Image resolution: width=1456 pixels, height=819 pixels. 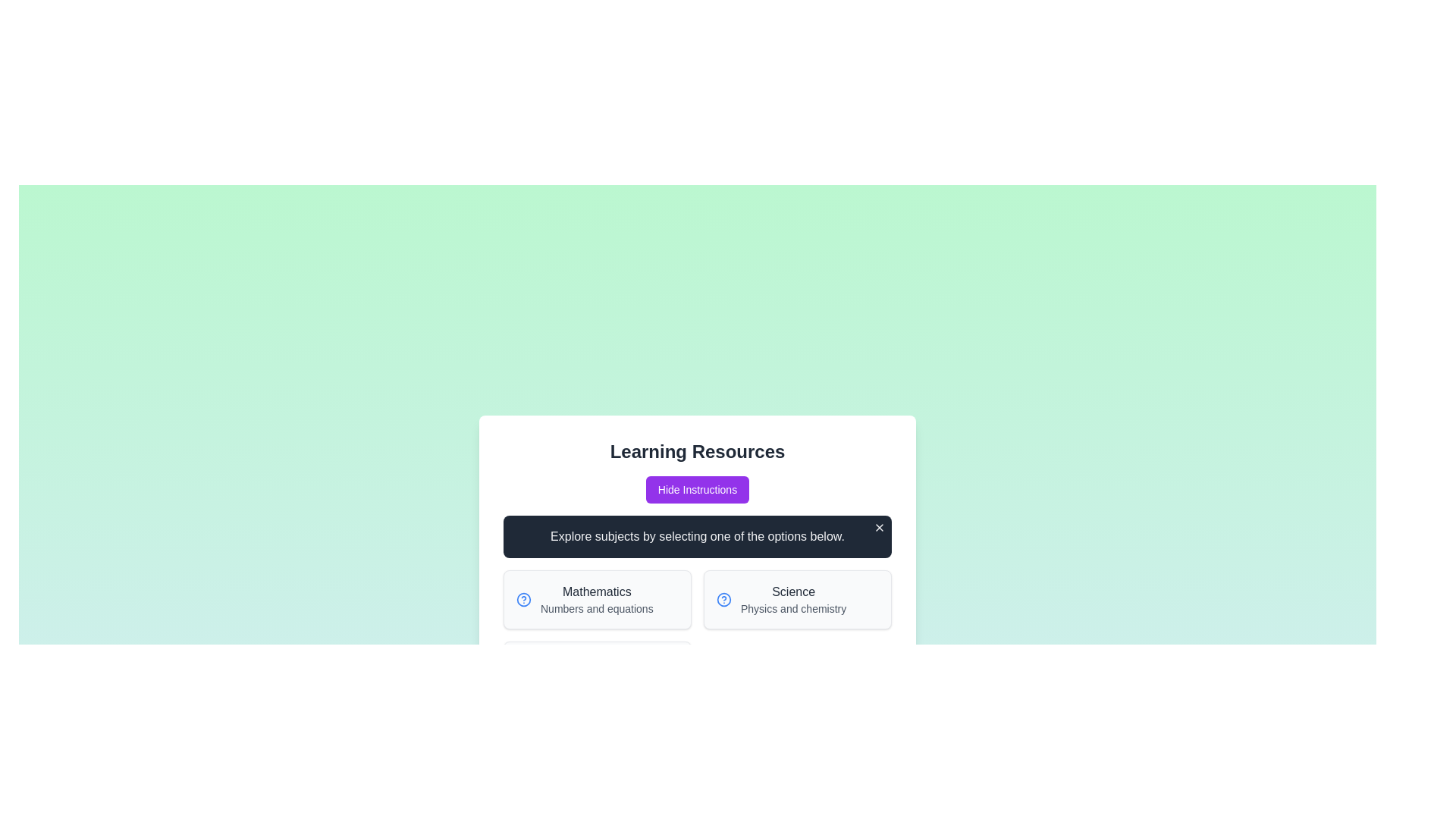 What do you see at coordinates (697, 536) in the screenshot?
I see `the instructional text label that is centrally positioned within the white card interface, located directly below the 'Hide Instructions' button and above the list of selectable subject categories` at bounding box center [697, 536].